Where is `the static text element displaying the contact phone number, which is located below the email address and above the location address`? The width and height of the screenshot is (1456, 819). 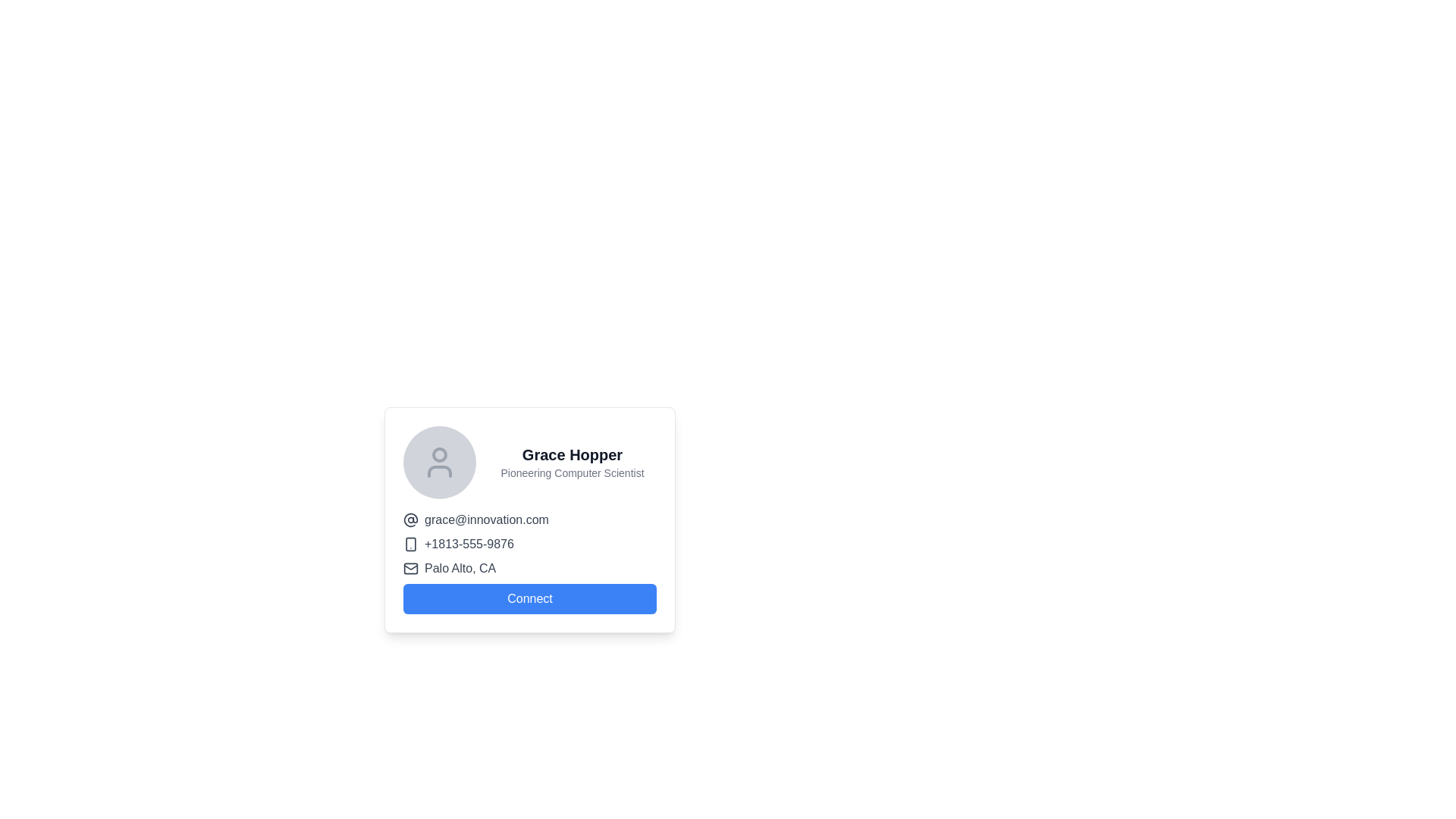 the static text element displaying the contact phone number, which is located below the email address and above the location address is located at coordinates (469, 543).